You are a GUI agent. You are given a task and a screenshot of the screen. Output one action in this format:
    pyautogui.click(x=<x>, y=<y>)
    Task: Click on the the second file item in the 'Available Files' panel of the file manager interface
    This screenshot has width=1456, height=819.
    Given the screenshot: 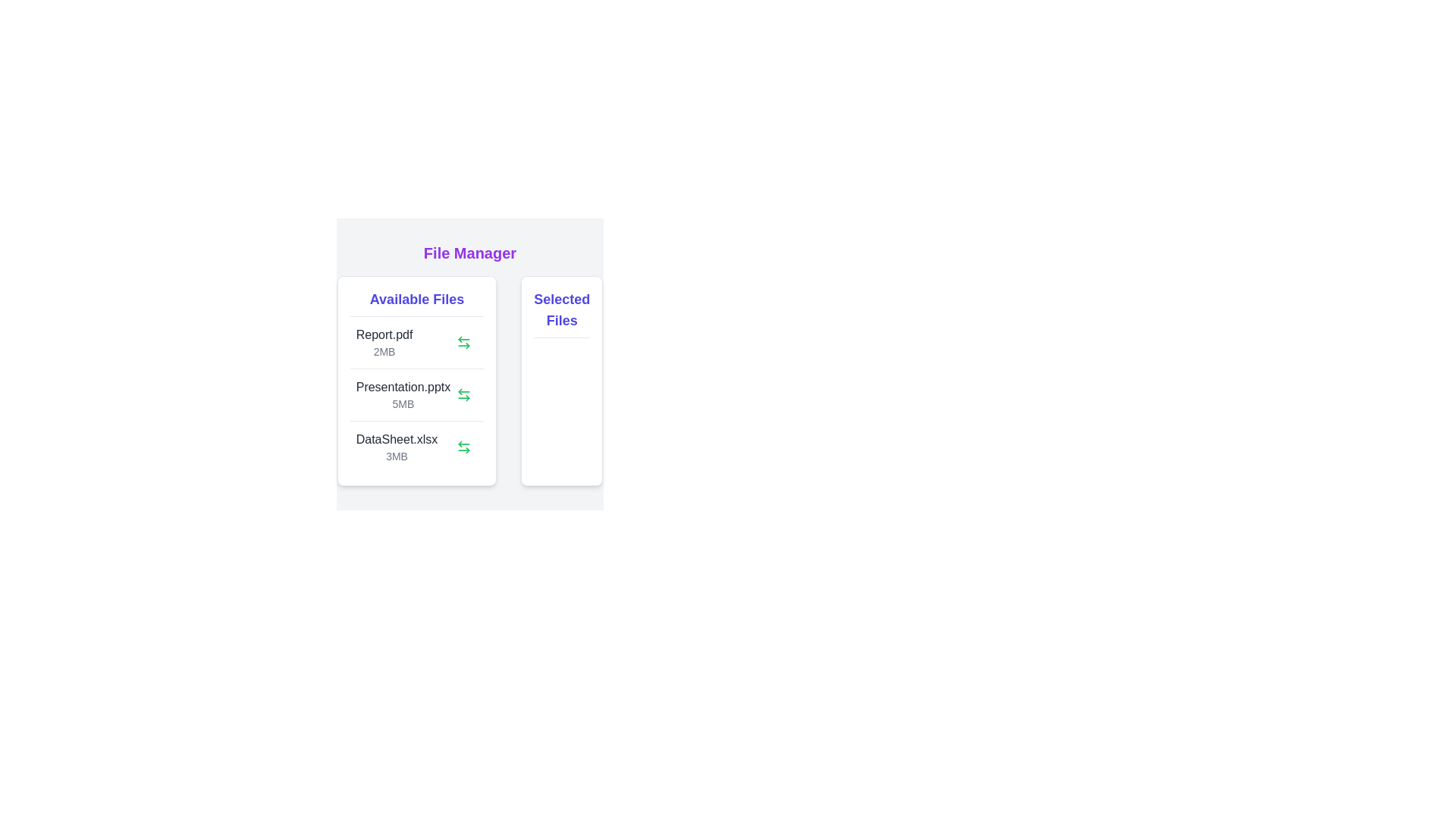 What is the action you would take?
    pyautogui.click(x=416, y=394)
    